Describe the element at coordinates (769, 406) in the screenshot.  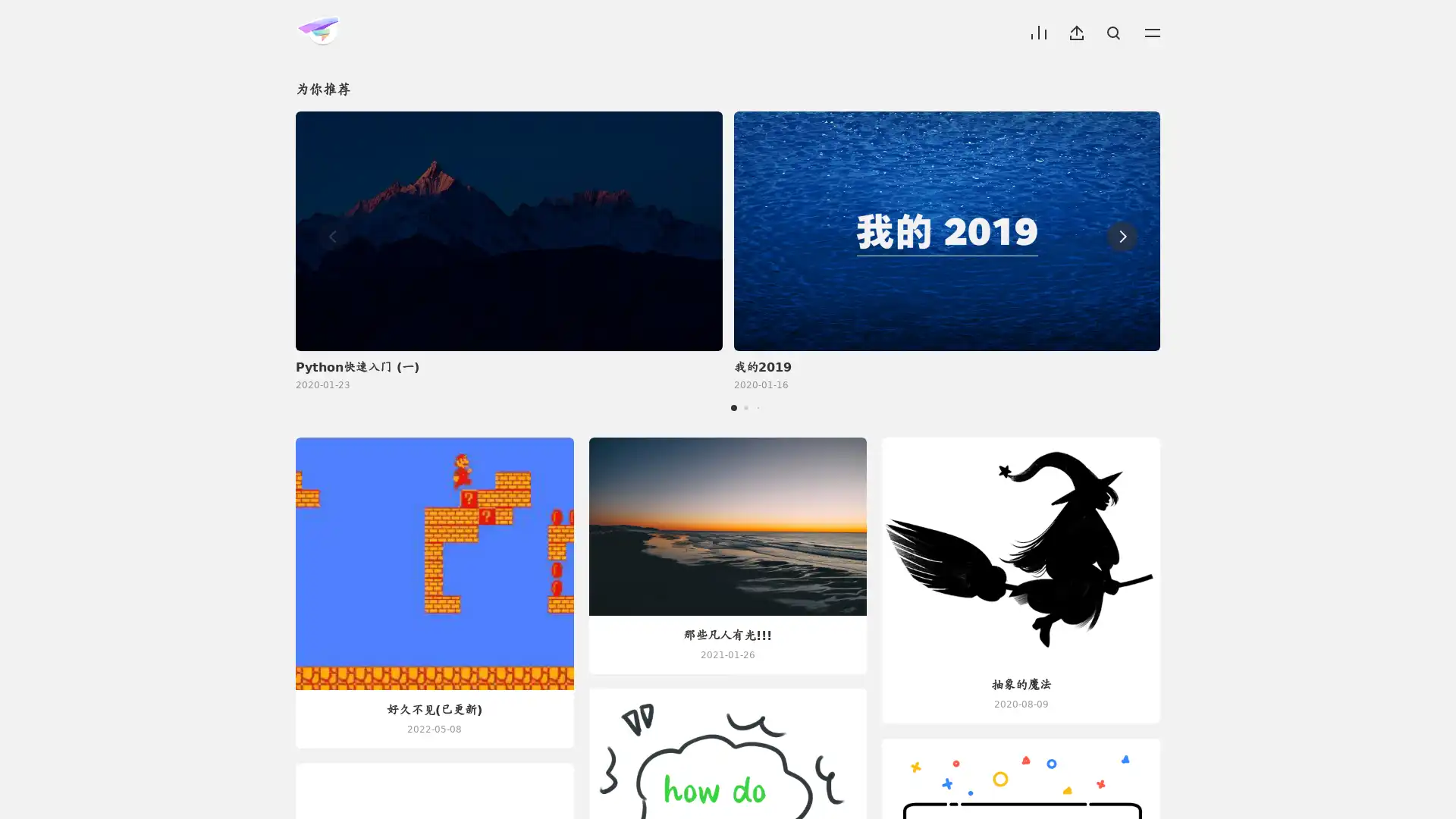
I see `Go to slide 4` at that location.